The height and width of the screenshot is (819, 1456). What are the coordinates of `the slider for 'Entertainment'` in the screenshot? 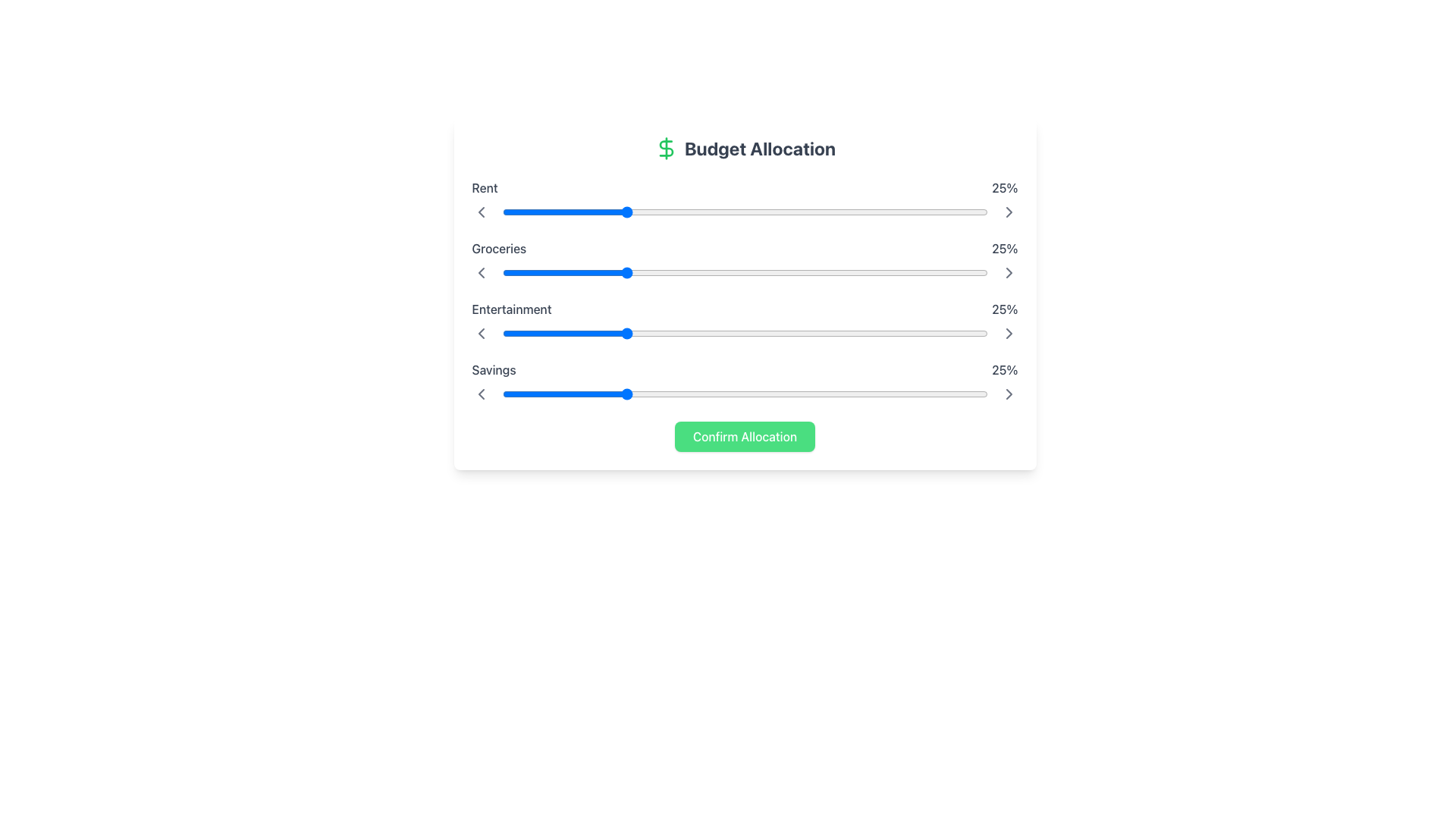 It's located at (695, 332).